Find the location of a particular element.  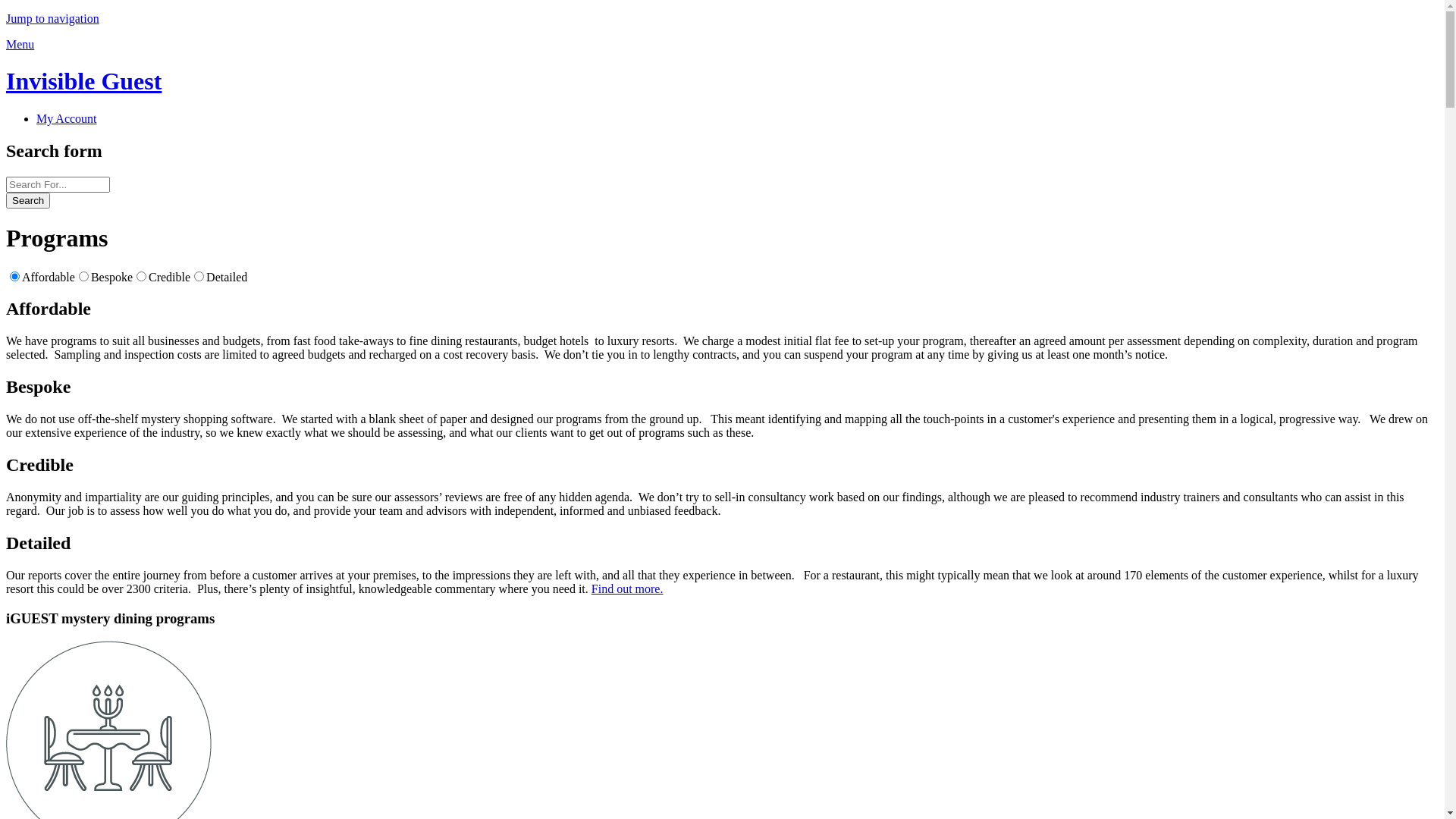

'Jump to navigation' is located at coordinates (52, 18).